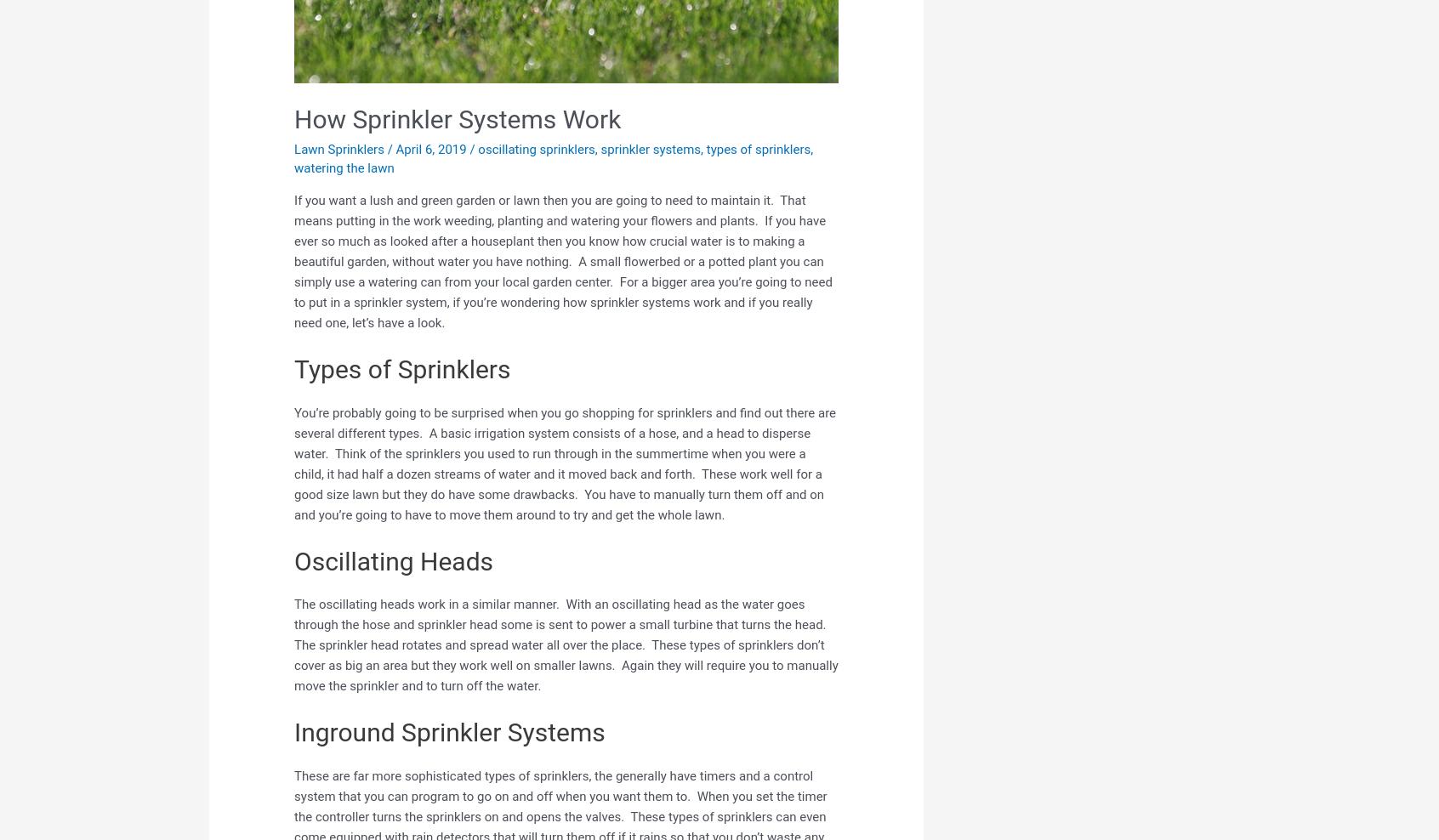  Describe the element at coordinates (565, 462) in the screenshot. I see `'You’re probably going to be surprised when you go shopping for sprinklers and find out there are several different types.  A basic irrigation system consists of a hose, and a head to disperse water.  Think of the sprinklers you used to run through in the summertime when you were a child, it had half a dozen streams of water and it moved back and forth.  These work well for a good size lawn but they do have some drawbacks.  You have to manually turn them off and on and you’re going to have to move them around to try and get the whole lawn.'` at that location.